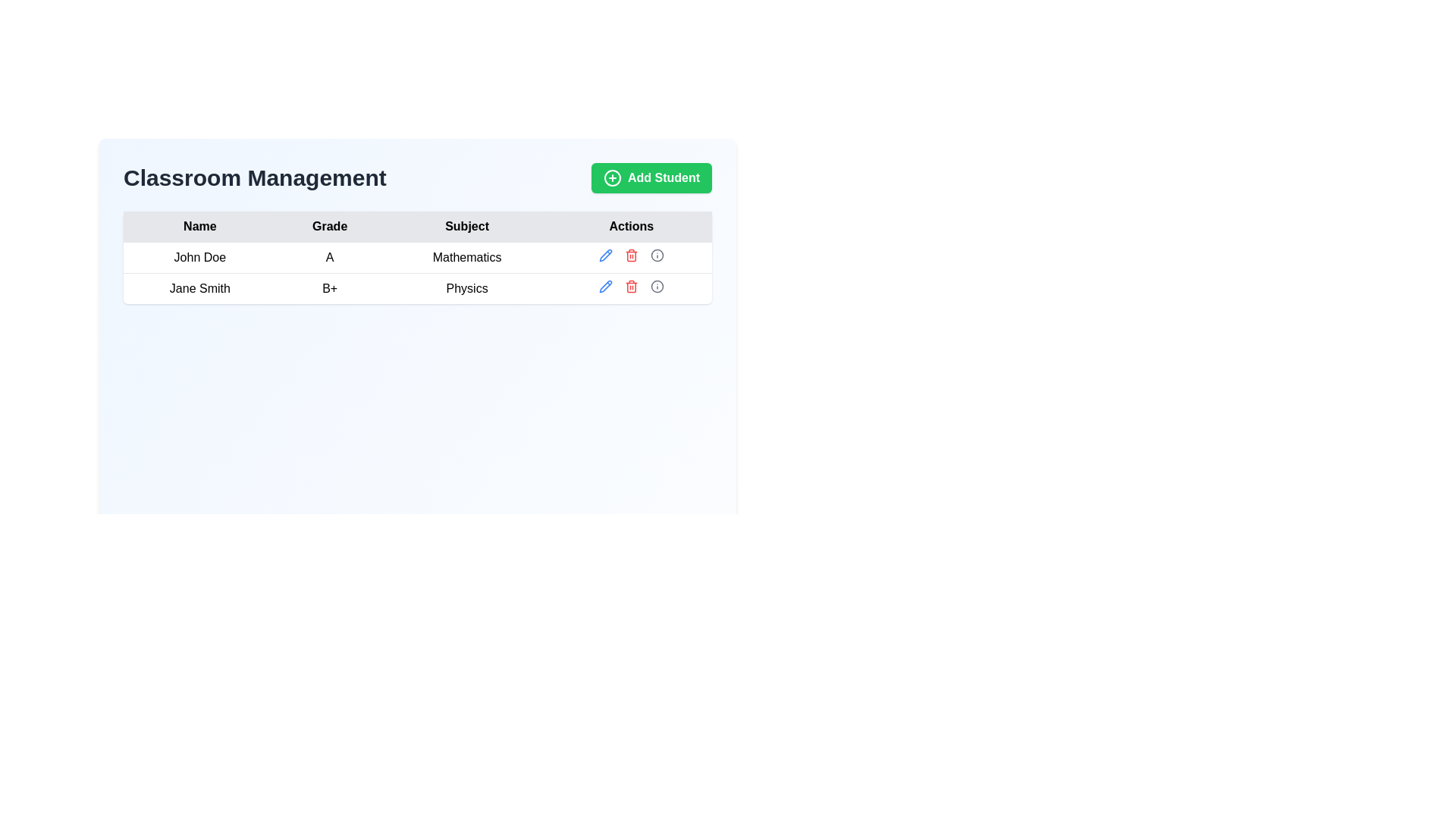  Describe the element at coordinates (199, 288) in the screenshot. I see `the static text element that displays the user's name 'Jane Smith', located in the first column of the second row under the 'Name' label` at that location.